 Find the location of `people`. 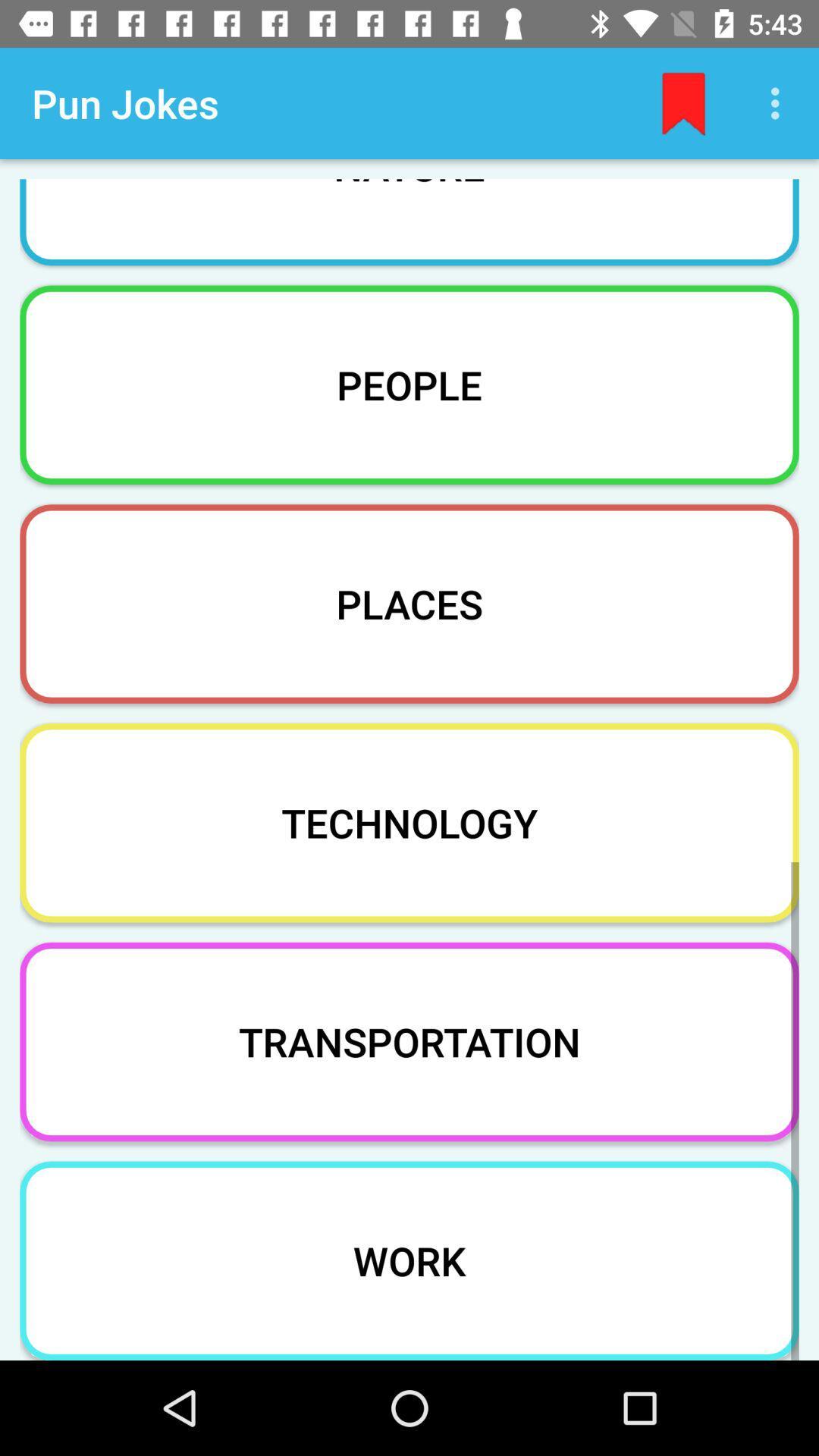

people is located at coordinates (409, 384).